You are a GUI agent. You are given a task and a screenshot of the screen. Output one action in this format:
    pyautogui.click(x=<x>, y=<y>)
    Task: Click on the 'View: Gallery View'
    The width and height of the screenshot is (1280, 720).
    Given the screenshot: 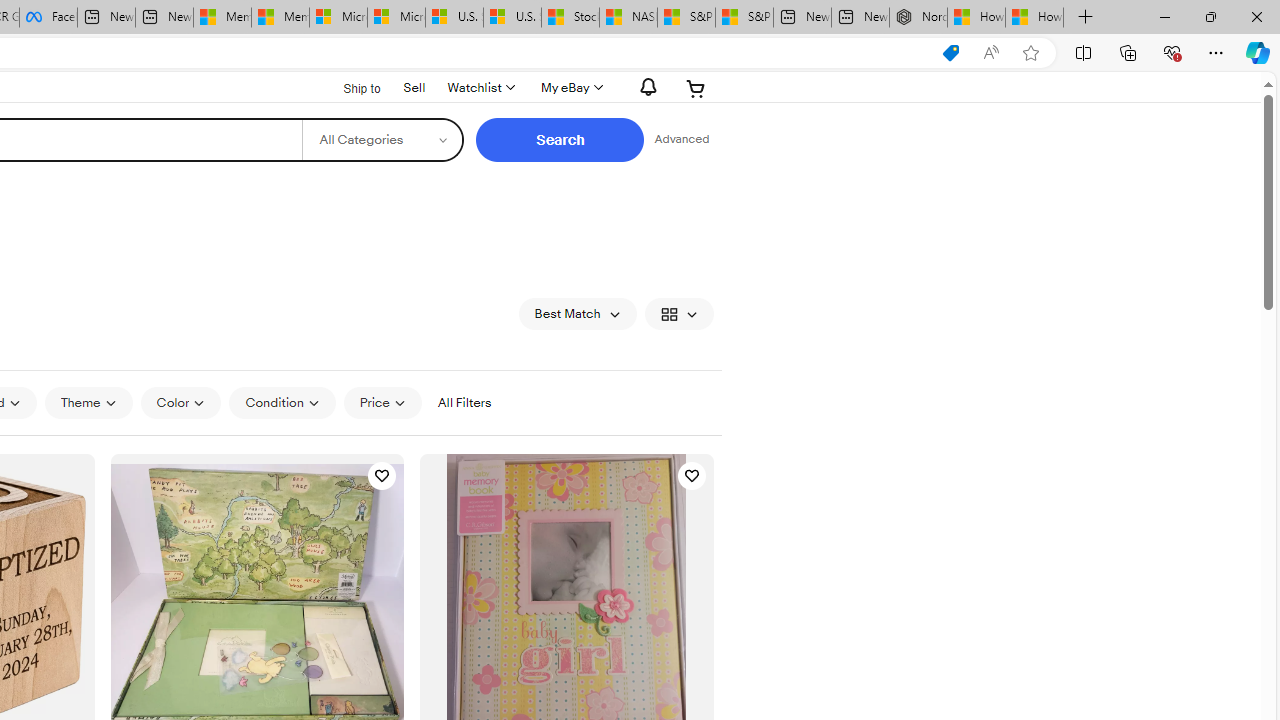 What is the action you would take?
    pyautogui.click(x=679, y=313)
    